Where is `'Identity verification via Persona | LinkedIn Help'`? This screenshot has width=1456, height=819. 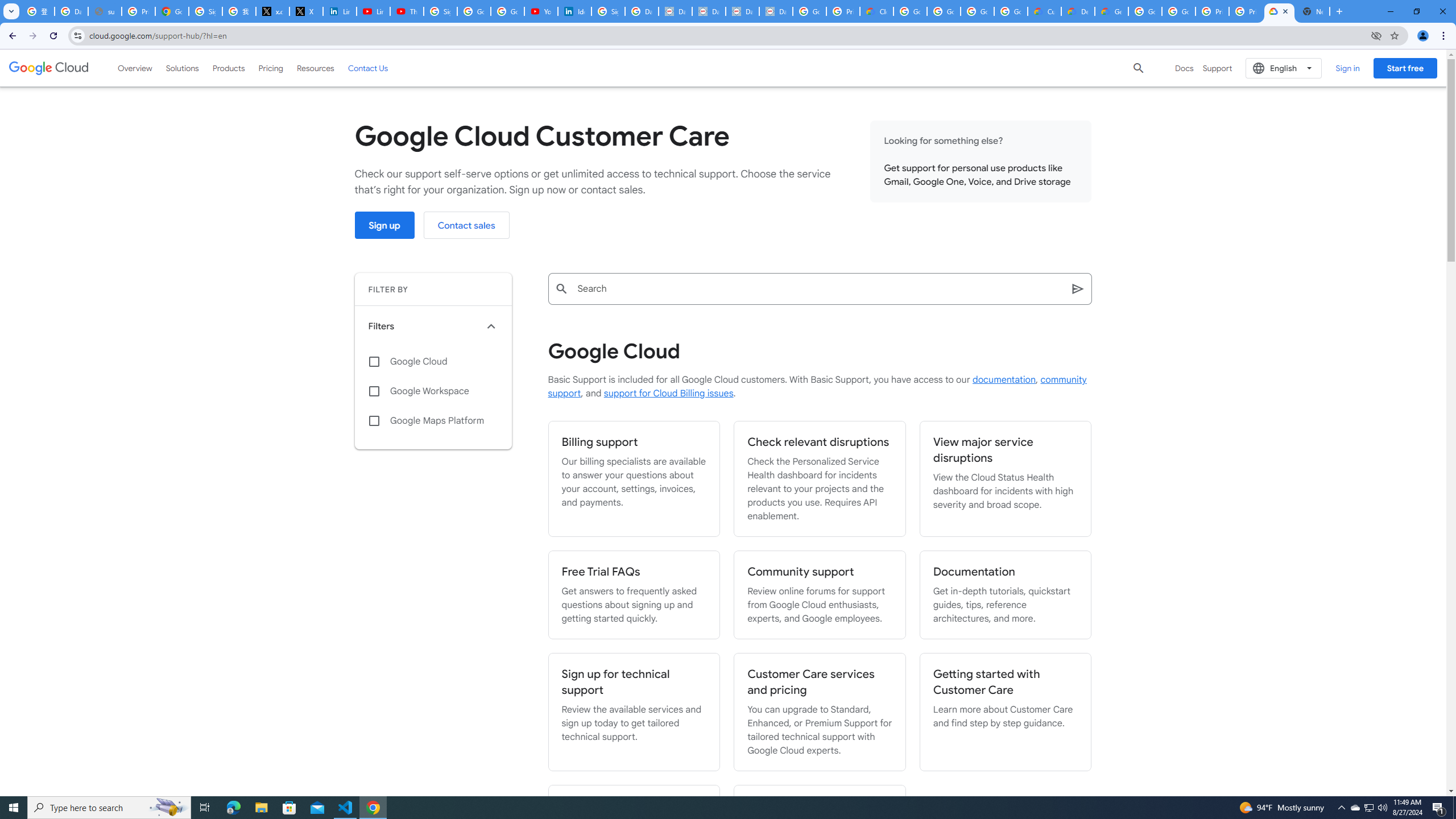 'Identity verification via Persona | LinkedIn Help' is located at coordinates (574, 11).